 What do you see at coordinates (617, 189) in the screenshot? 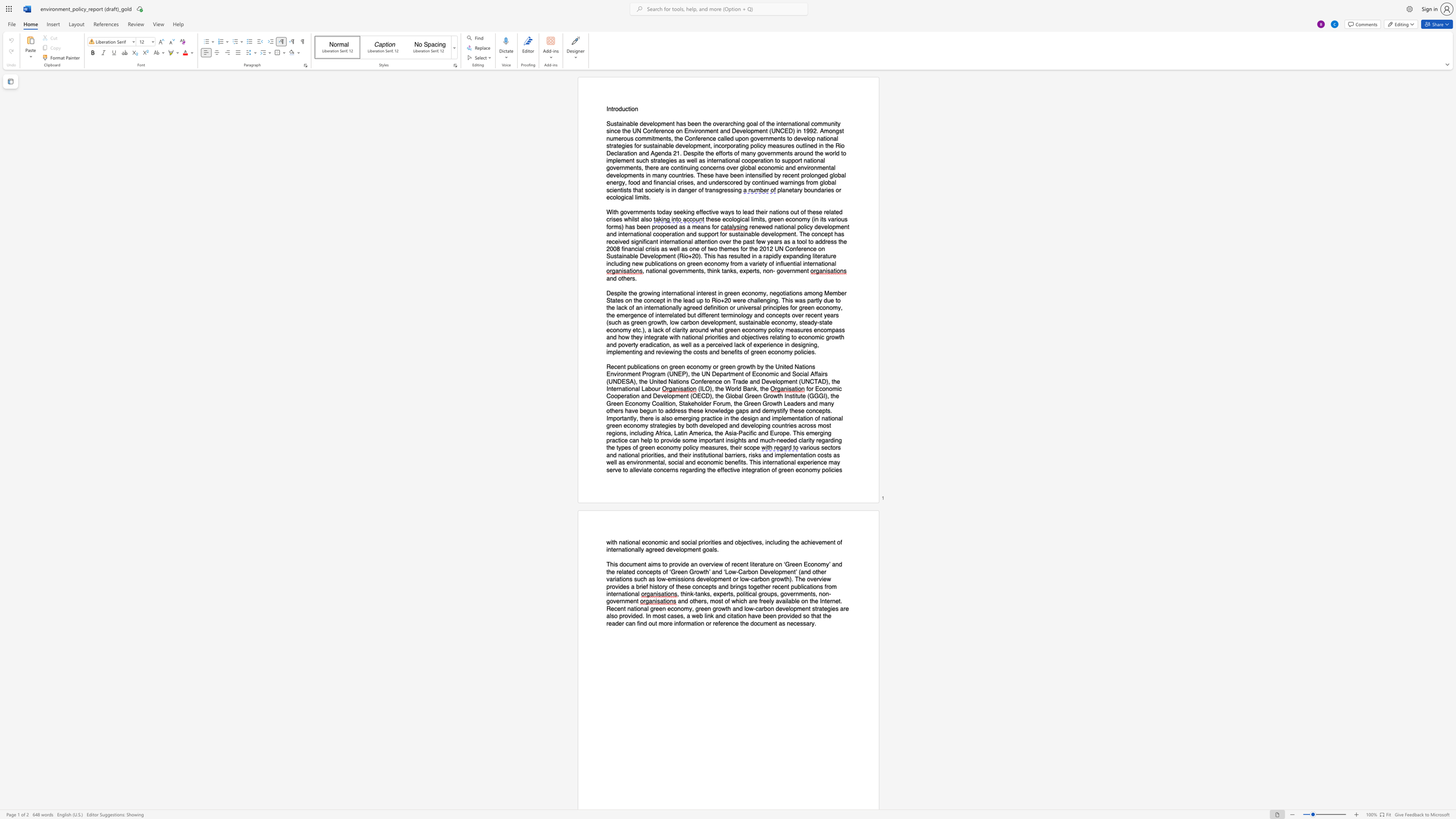
I see `the subset text "ntists that society is in danger of transgr" within the text "and financial crises, and underscored by continued warnings from global scientists that society is in danger of transgressing"` at bounding box center [617, 189].